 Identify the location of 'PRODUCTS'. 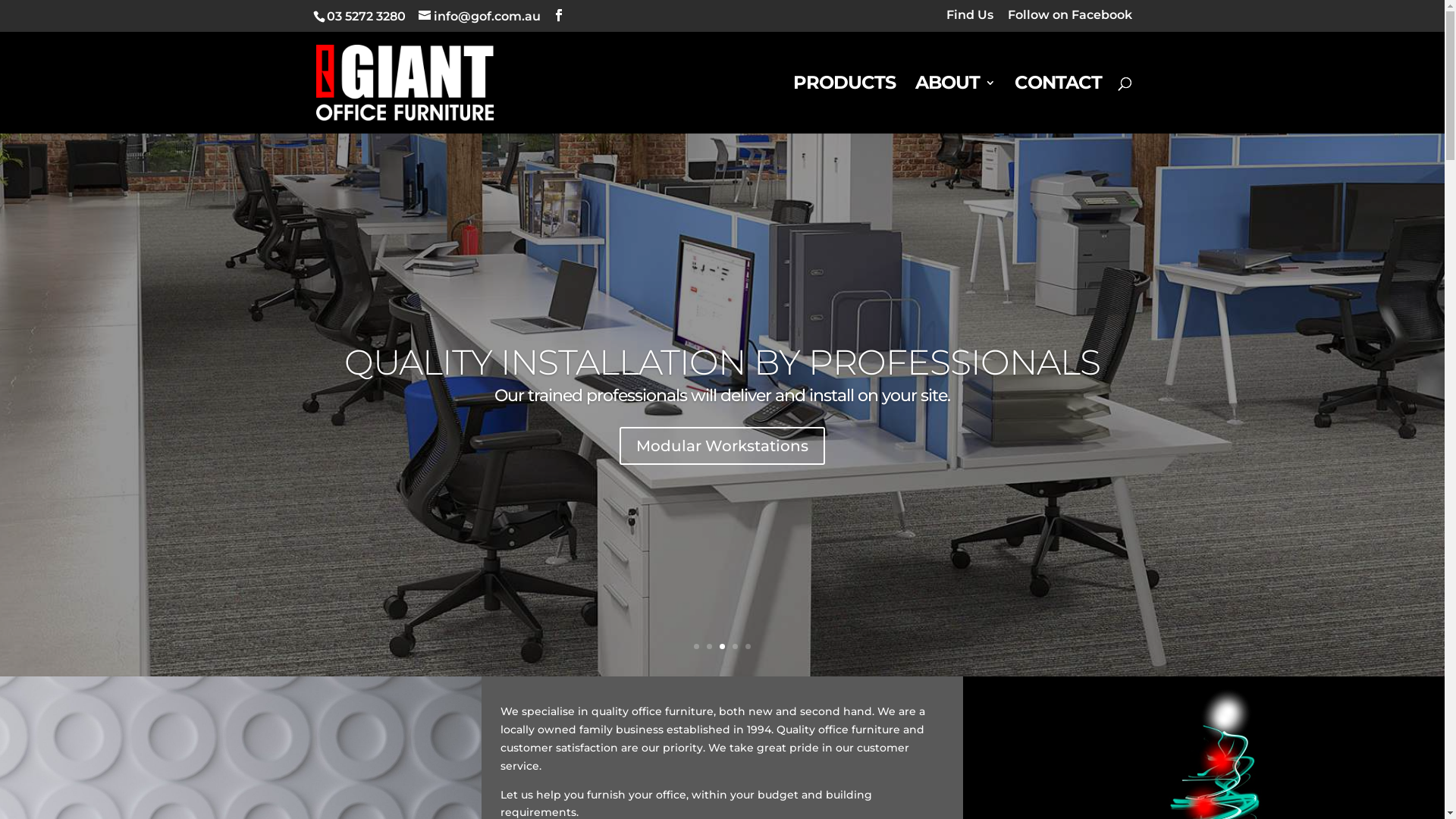
(843, 104).